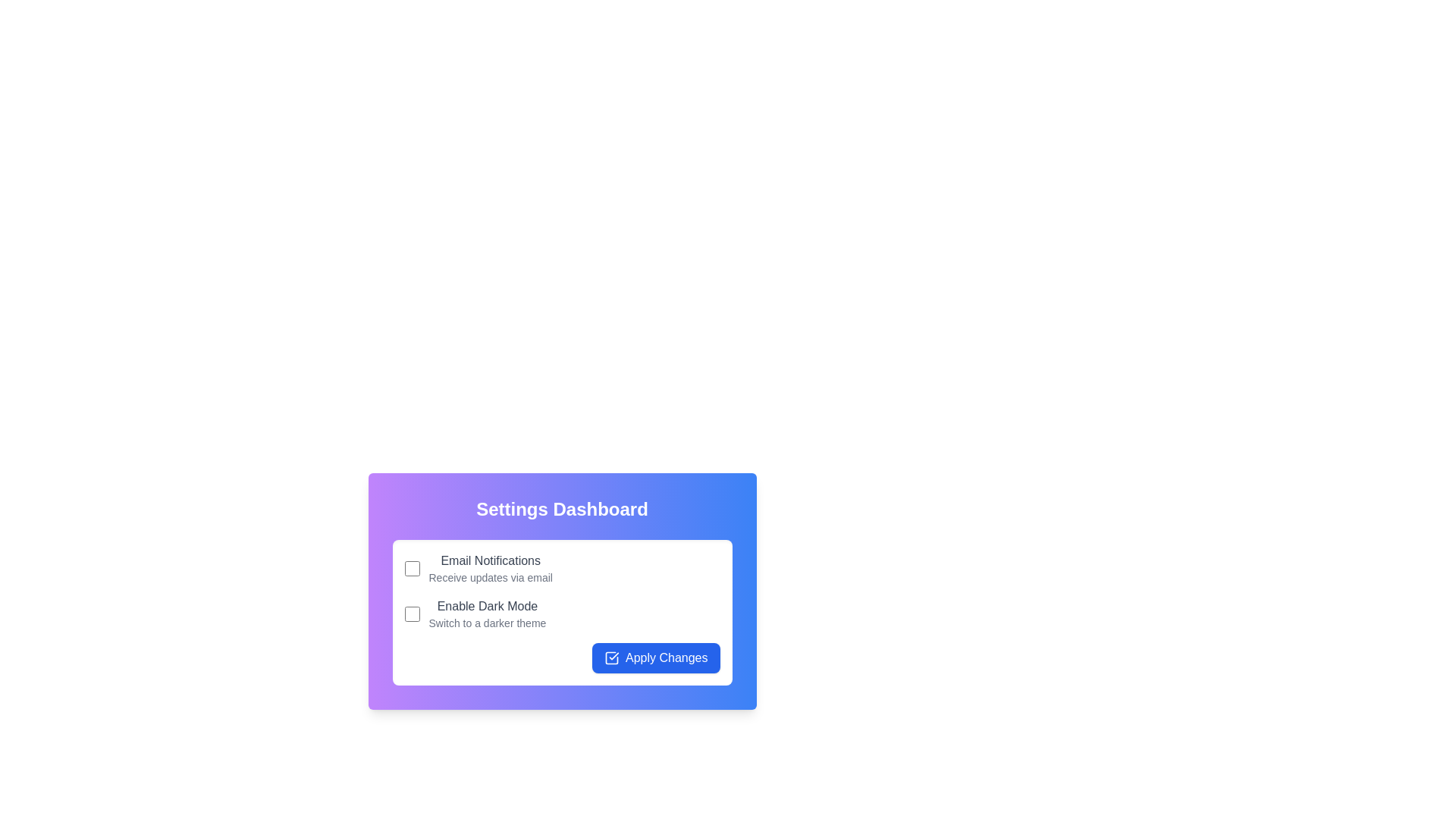 Image resolution: width=1456 pixels, height=819 pixels. What do you see at coordinates (611, 657) in the screenshot?
I see `the SVG check icon located on the left side of the 'Apply Changes' button at the bottom right of the interface` at bounding box center [611, 657].